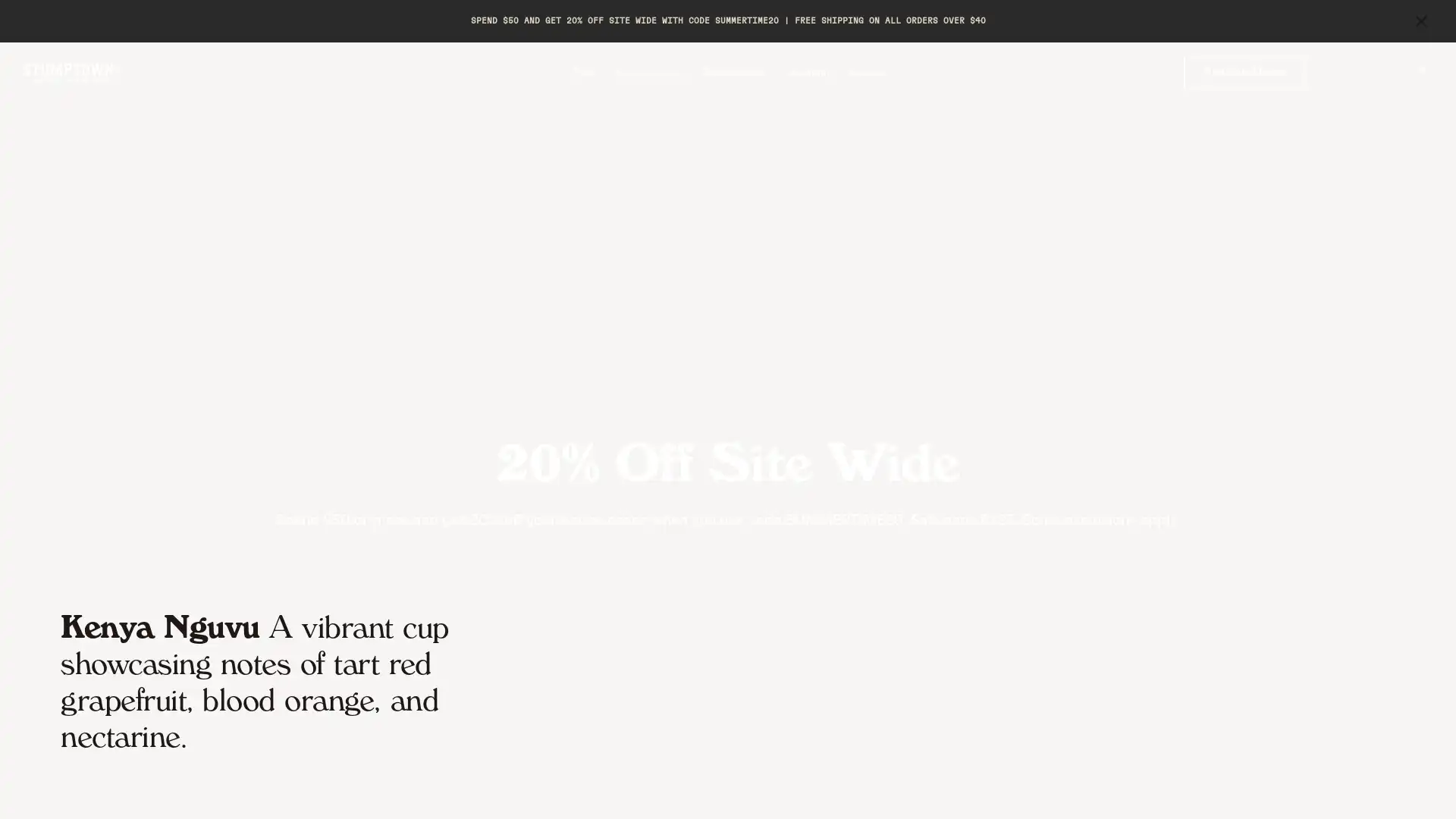  What do you see at coordinates (607, 458) in the screenshot?
I see `SIGN UP` at bounding box center [607, 458].